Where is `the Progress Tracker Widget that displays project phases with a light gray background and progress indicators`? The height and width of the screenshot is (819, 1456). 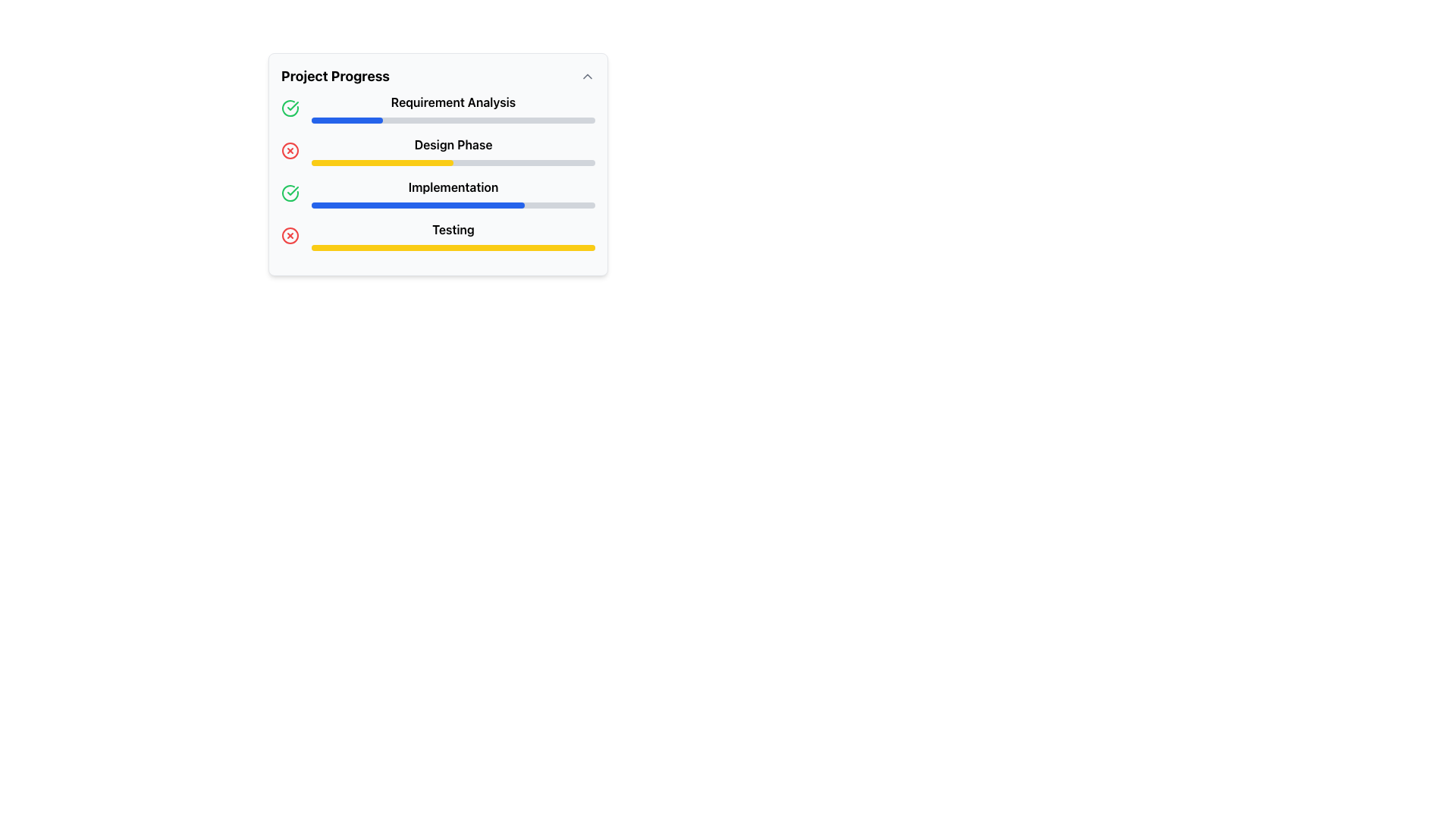 the Progress Tracker Widget that displays project phases with a light gray background and progress indicators is located at coordinates (437, 164).